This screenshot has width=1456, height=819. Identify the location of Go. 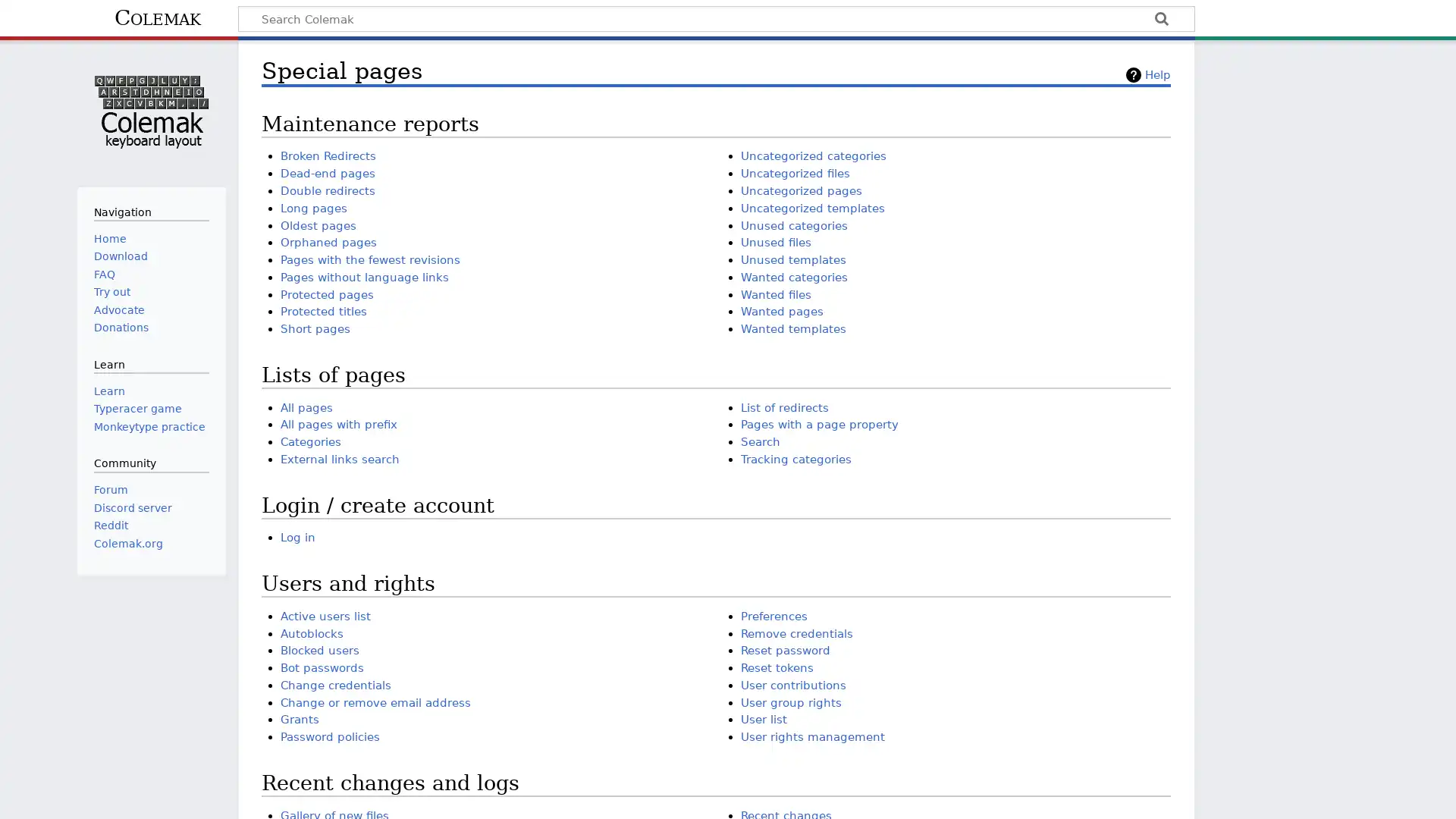
(1160, 20).